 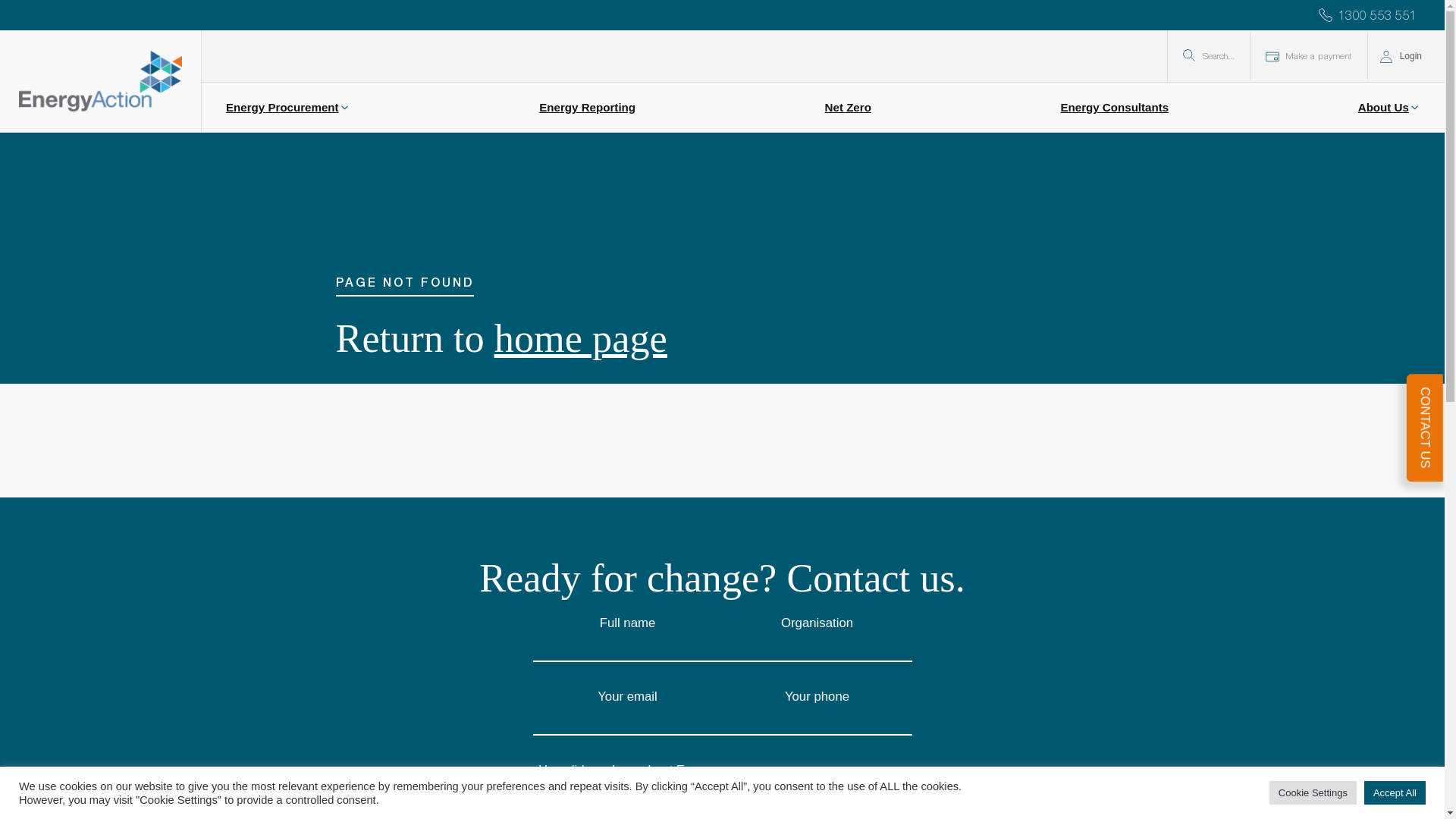 What do you see at coordinates (1332, 106) in the screenshot?
I see `'About Us'` at bounding box center [1332, 106].